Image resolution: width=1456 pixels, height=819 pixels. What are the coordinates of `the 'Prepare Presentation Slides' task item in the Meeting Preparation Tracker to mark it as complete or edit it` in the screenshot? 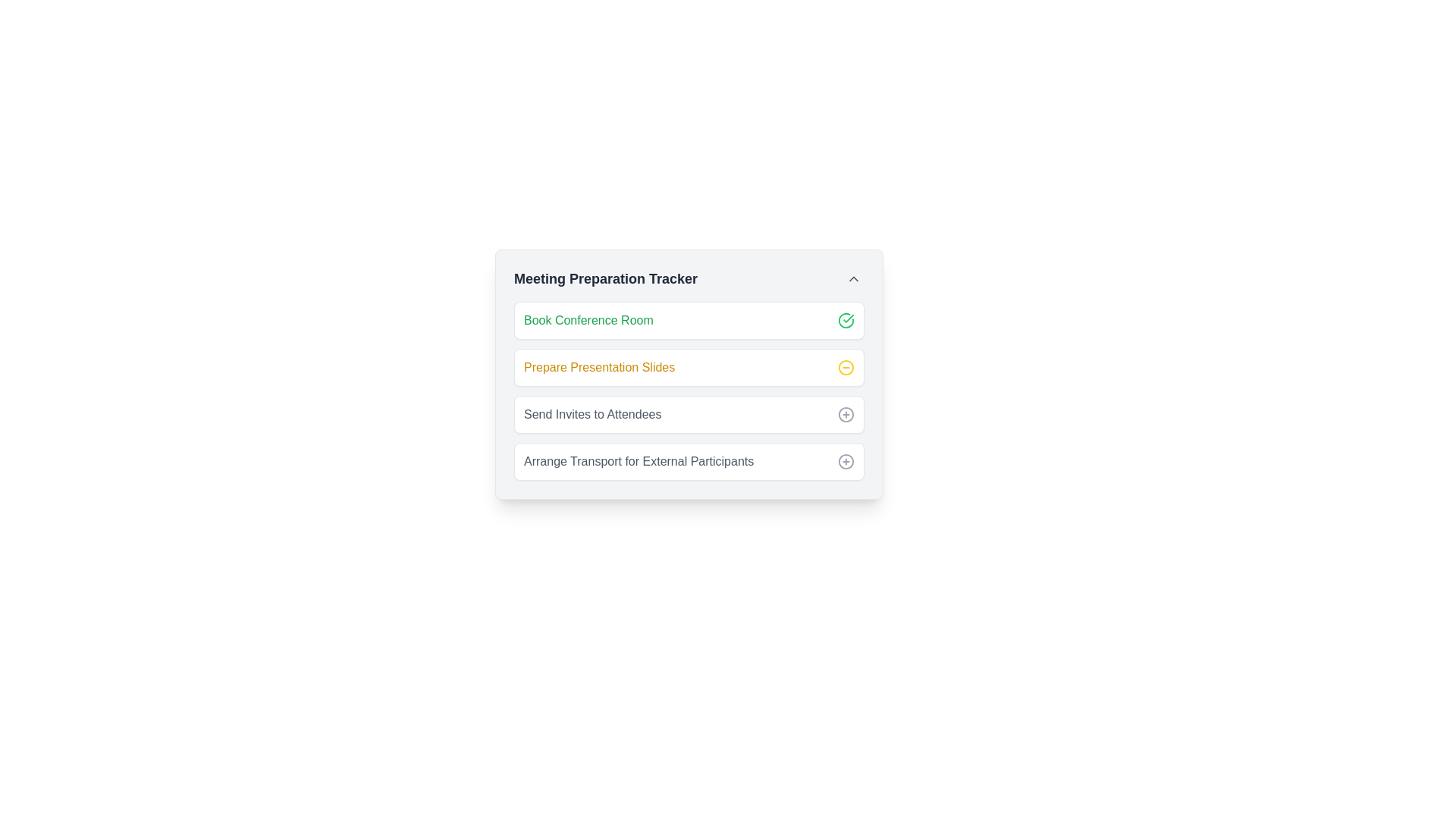 It's located at (688, 391).